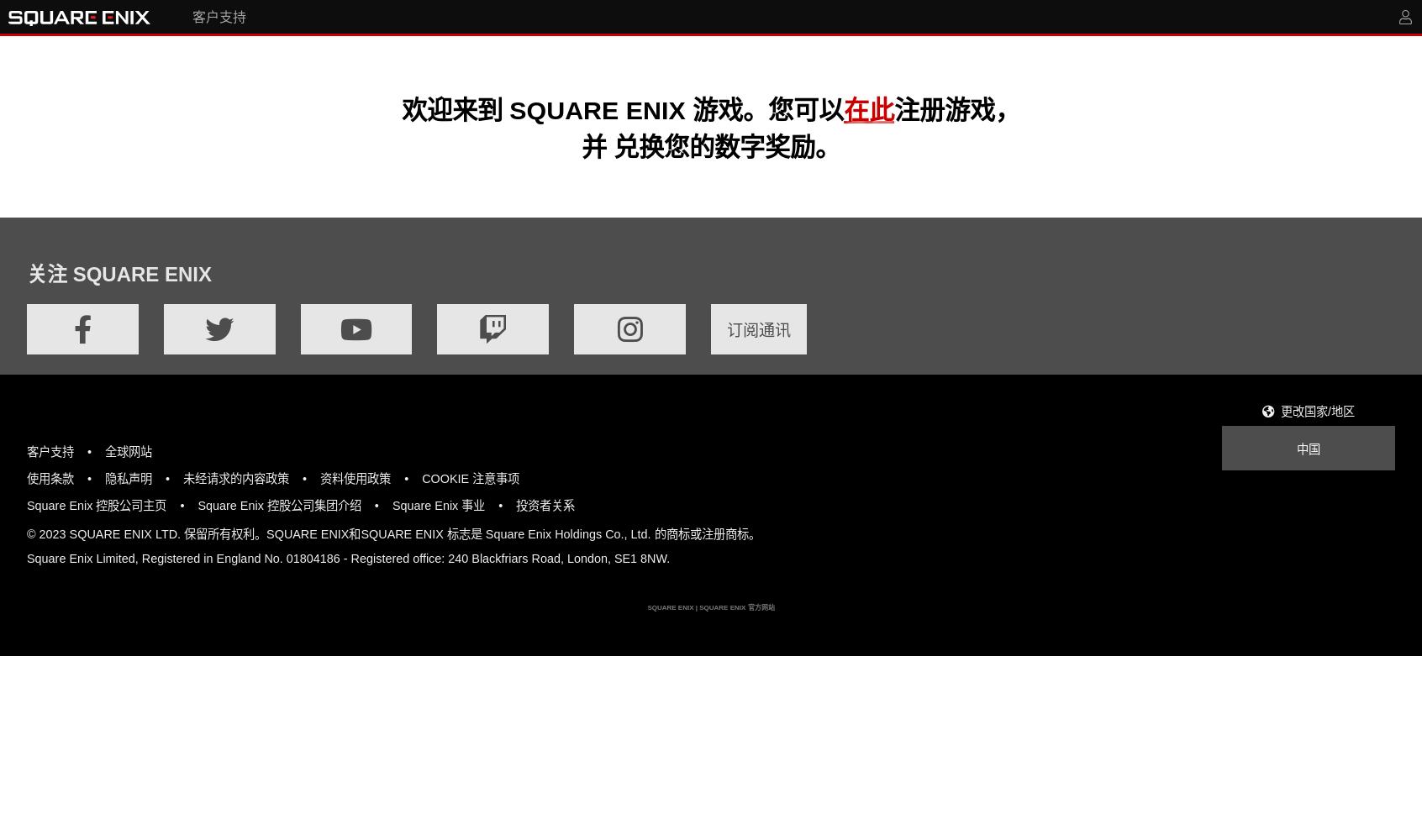 The image size is (1422, 840). Describe the element at coordinates (25, 273) in the screenshot. I see `'关注 SQUARE ENIX'` at that location.